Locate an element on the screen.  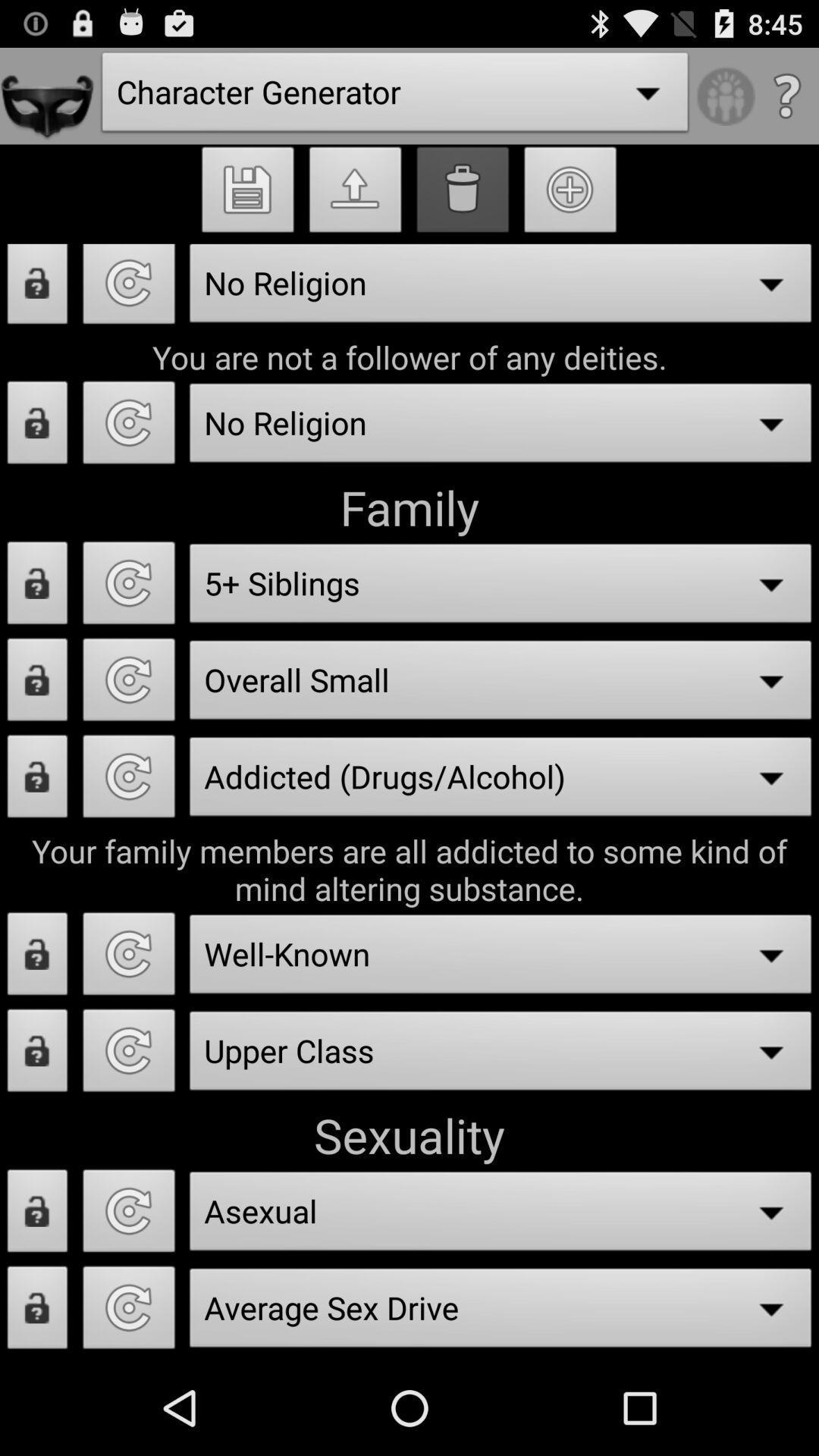
the home icon is located at coordinates (356, 207).